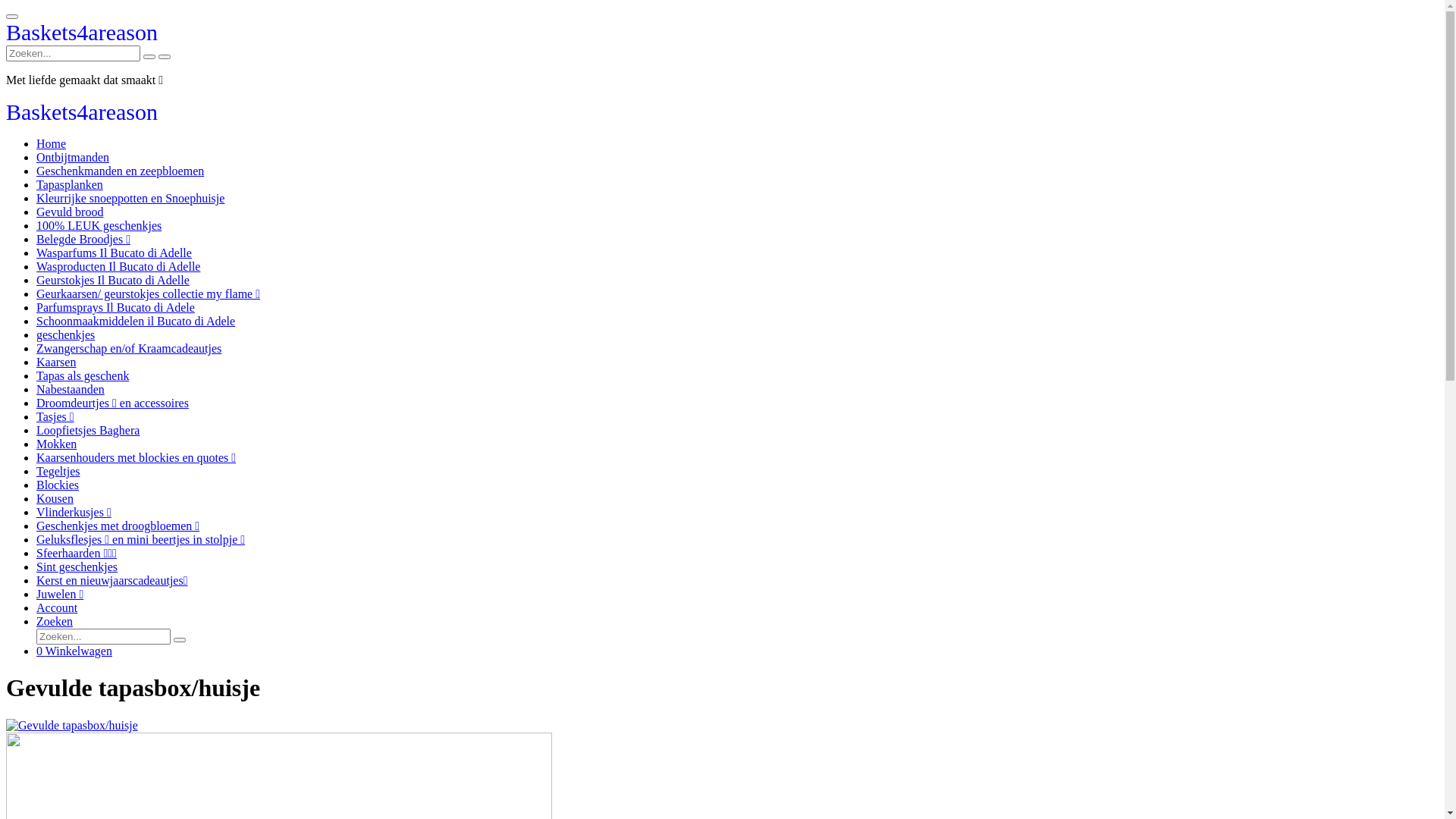 The height and width of the screenshot is (819, 1456). Describe the element at coordinates (76, 566) in the screenshot. I see `'Sint geschenkjes'` at that location.